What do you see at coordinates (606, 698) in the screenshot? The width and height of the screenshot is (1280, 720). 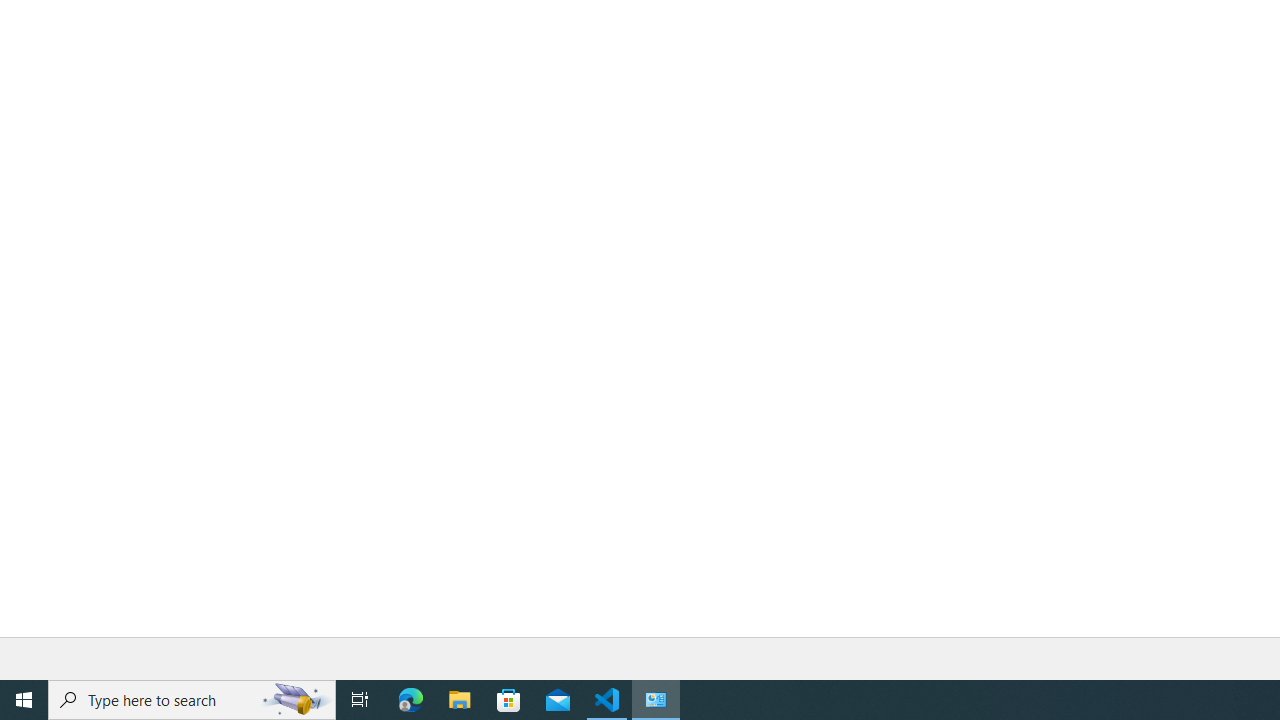 I see `'Visual Studio Code - 1 running window'` at bounding box center [606, 698].